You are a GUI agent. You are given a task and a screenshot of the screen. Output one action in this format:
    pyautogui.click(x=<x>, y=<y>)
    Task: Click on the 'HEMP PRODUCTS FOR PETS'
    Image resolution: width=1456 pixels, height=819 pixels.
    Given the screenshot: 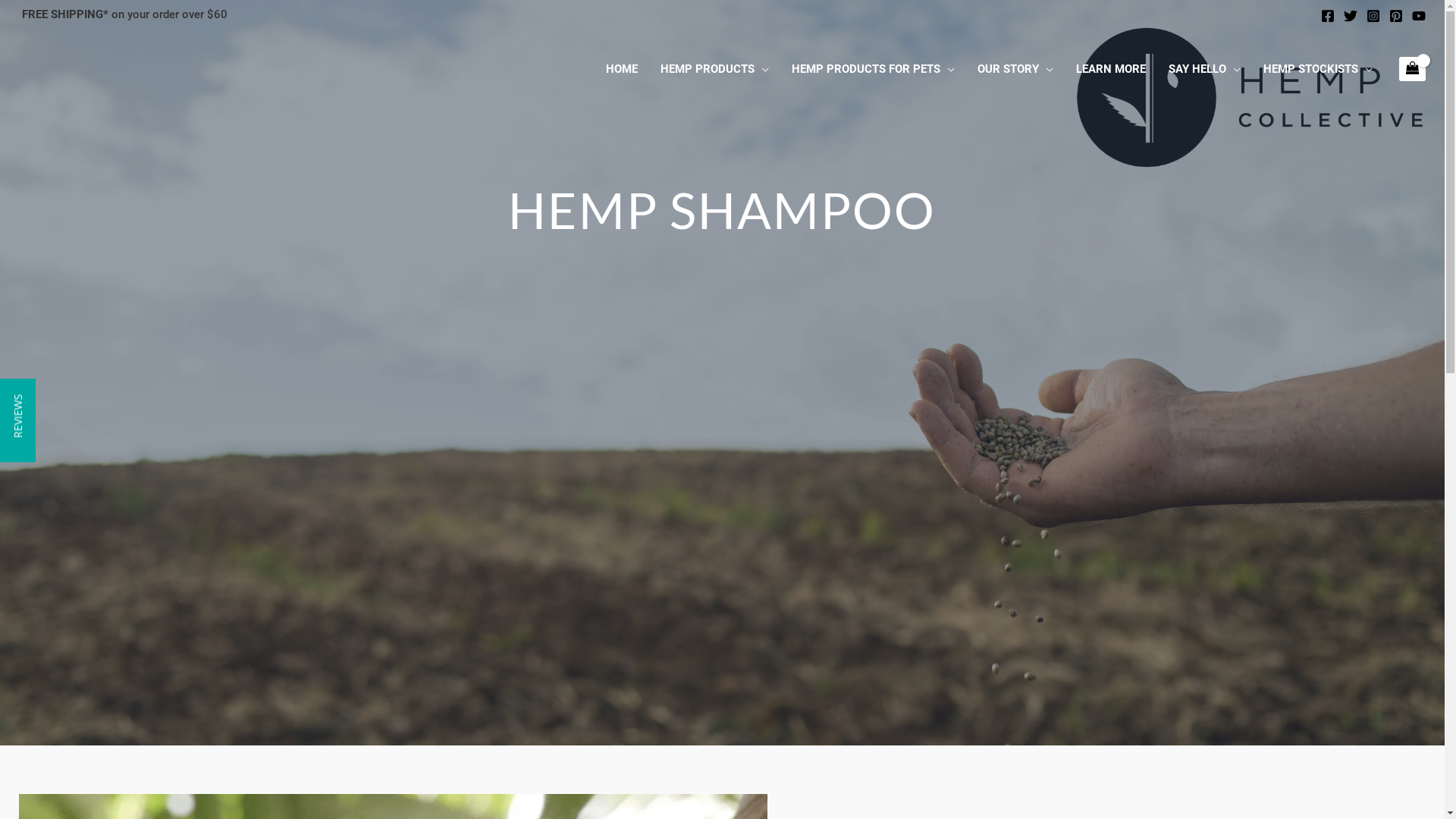 What is the action you would take?
    pyautogui.click(x=873, y=69)
    